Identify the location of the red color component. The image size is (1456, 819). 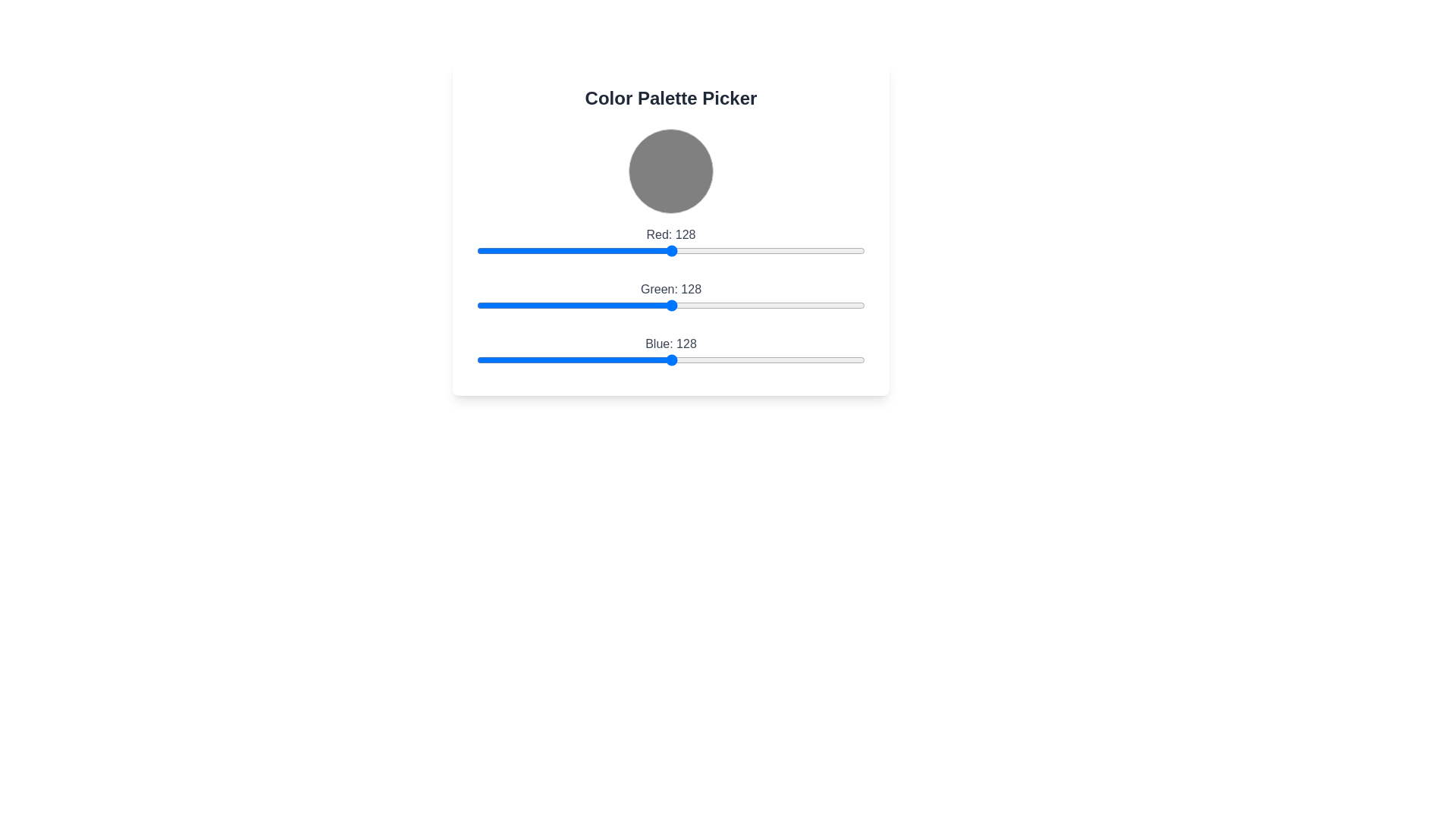
(495, 250).